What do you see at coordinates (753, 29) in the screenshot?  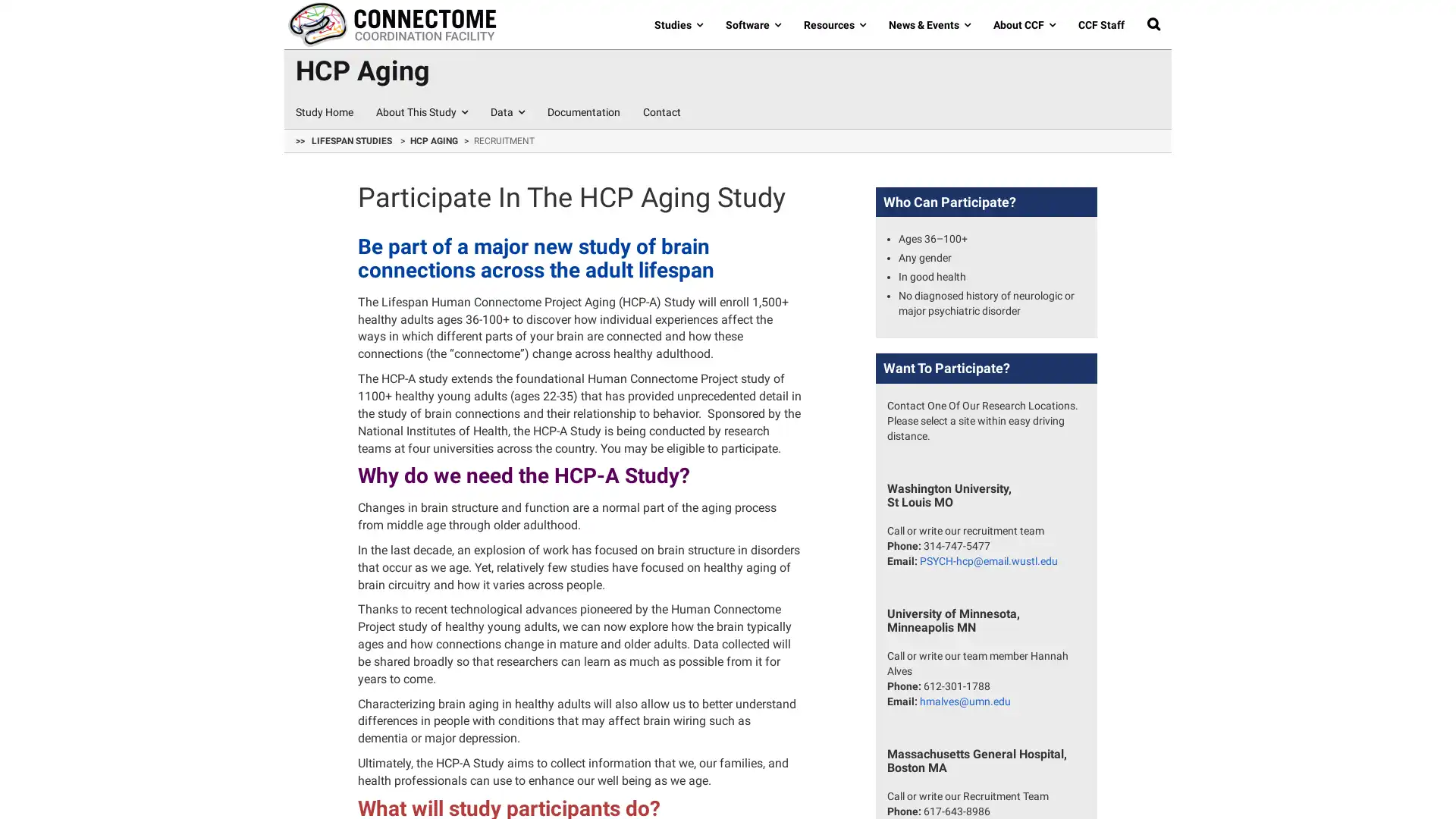 I see `Software` at bounding box center [753, 29].